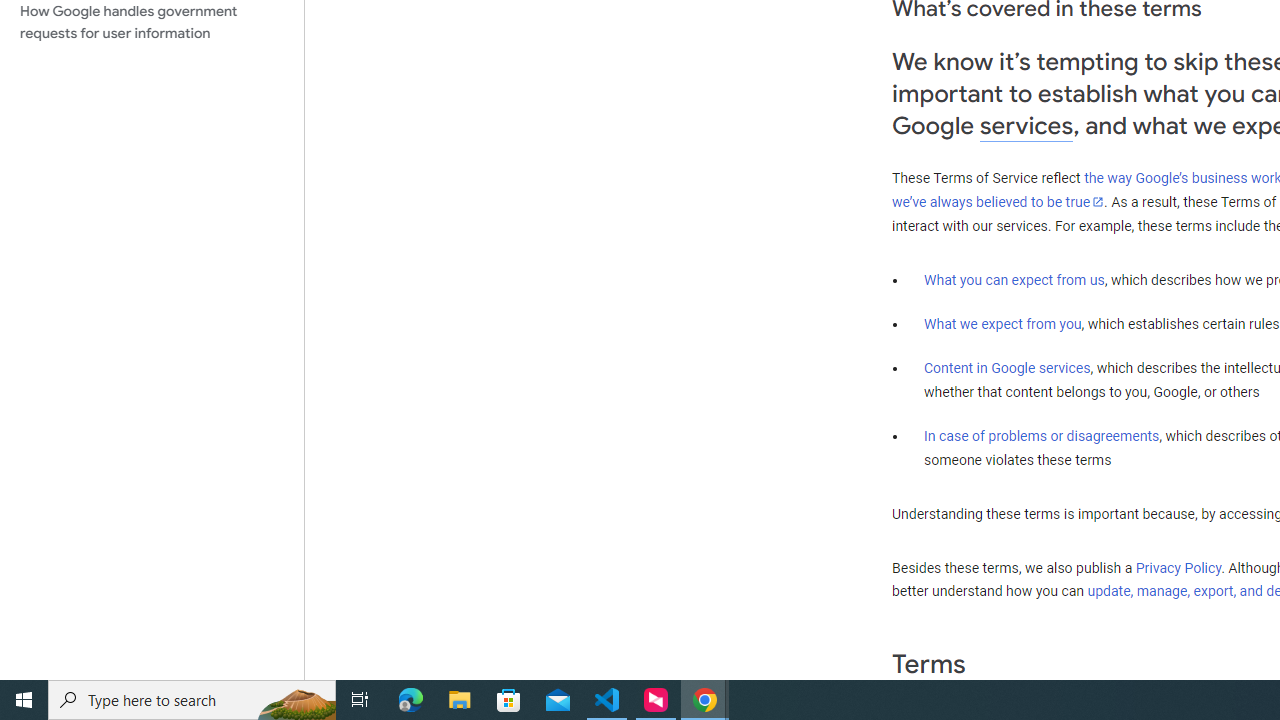 This screenshot has height=720, width=1280. Describe the element at coordinates (1040, 434) in the screenshot. I see `'In case of problems or disagreements'` at that location.